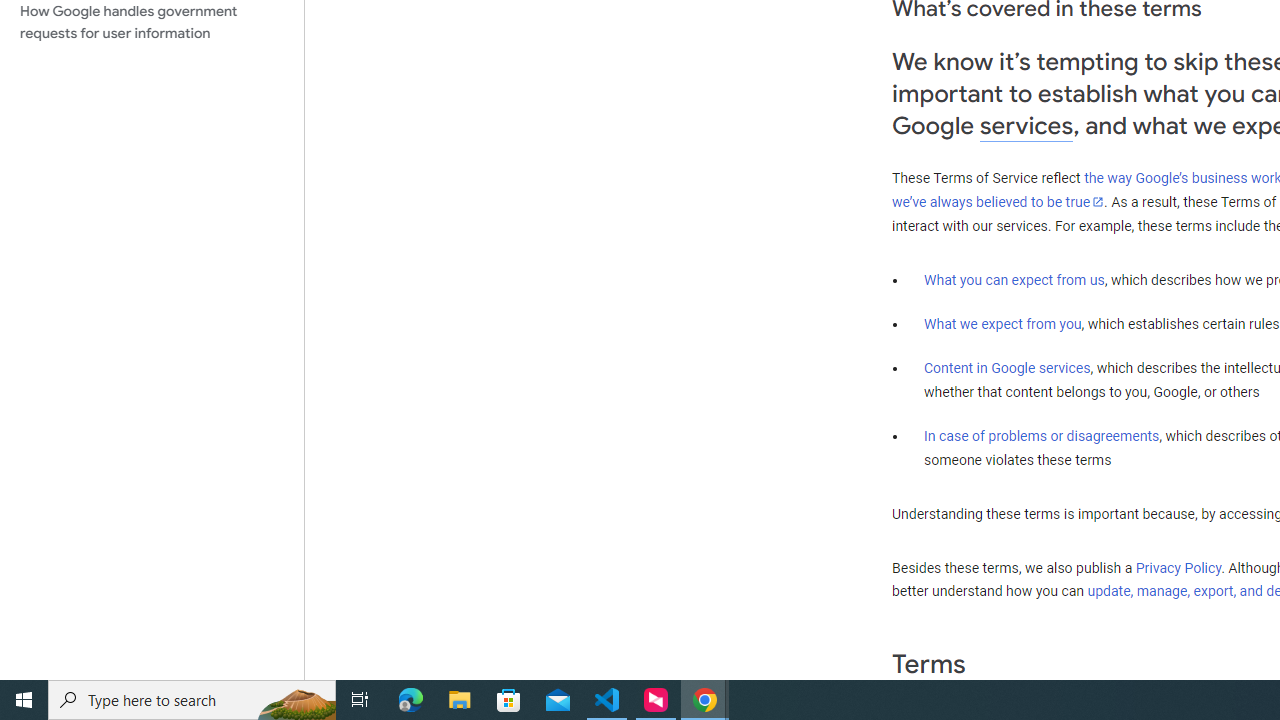 This screenshot has height=720, width=1280. Describe the element at coordinates (1040, 434) in the screenshot. I see `'In case of problems or disagreements'` at that location.